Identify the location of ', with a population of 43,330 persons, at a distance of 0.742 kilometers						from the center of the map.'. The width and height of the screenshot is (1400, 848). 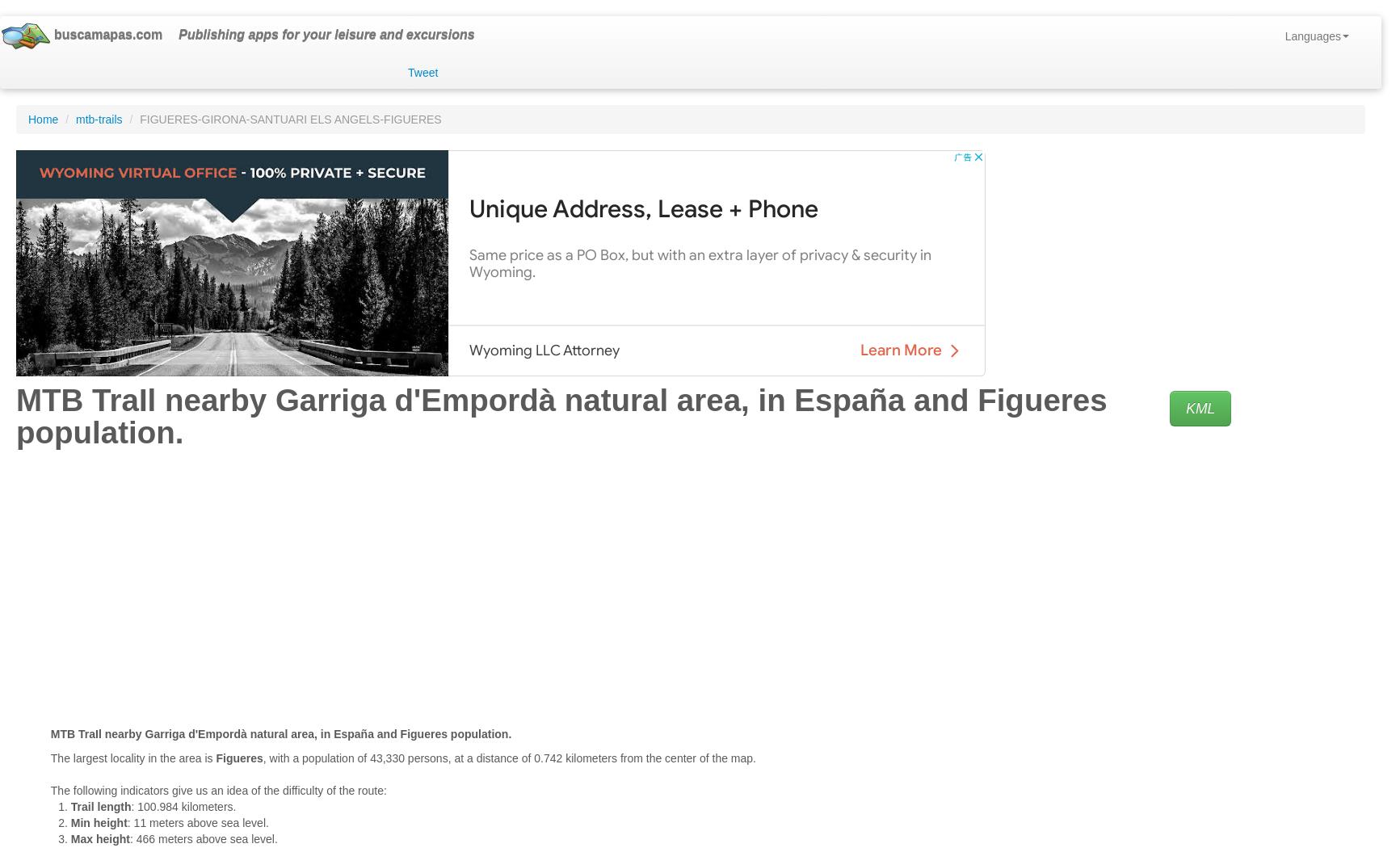
(508, 758).